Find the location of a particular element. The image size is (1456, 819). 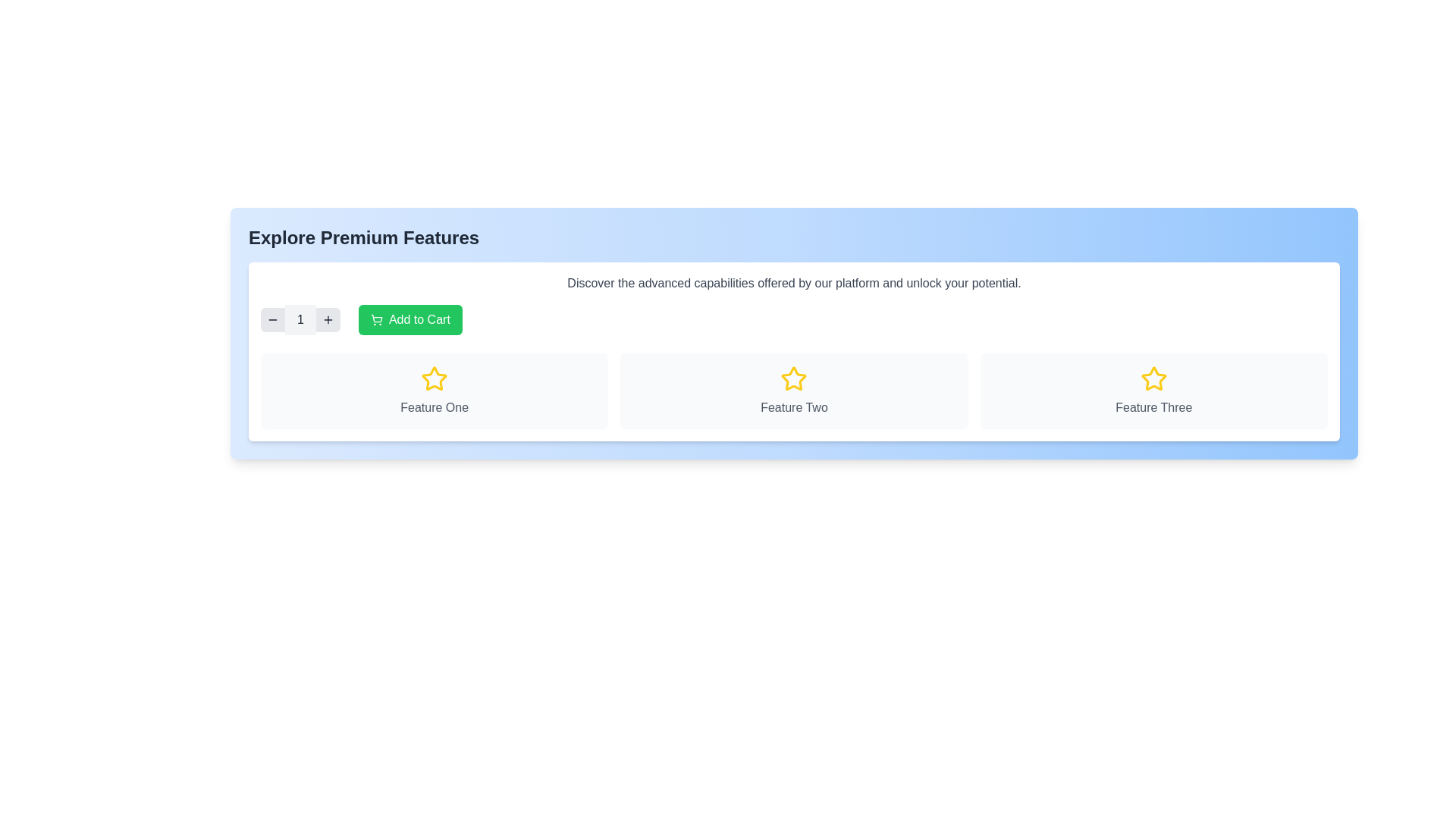

the Informative card displaying 'Feature One', which is a rectangular card with rounded corners and a yellow star icon at the top is located at coordinates (434, 391).